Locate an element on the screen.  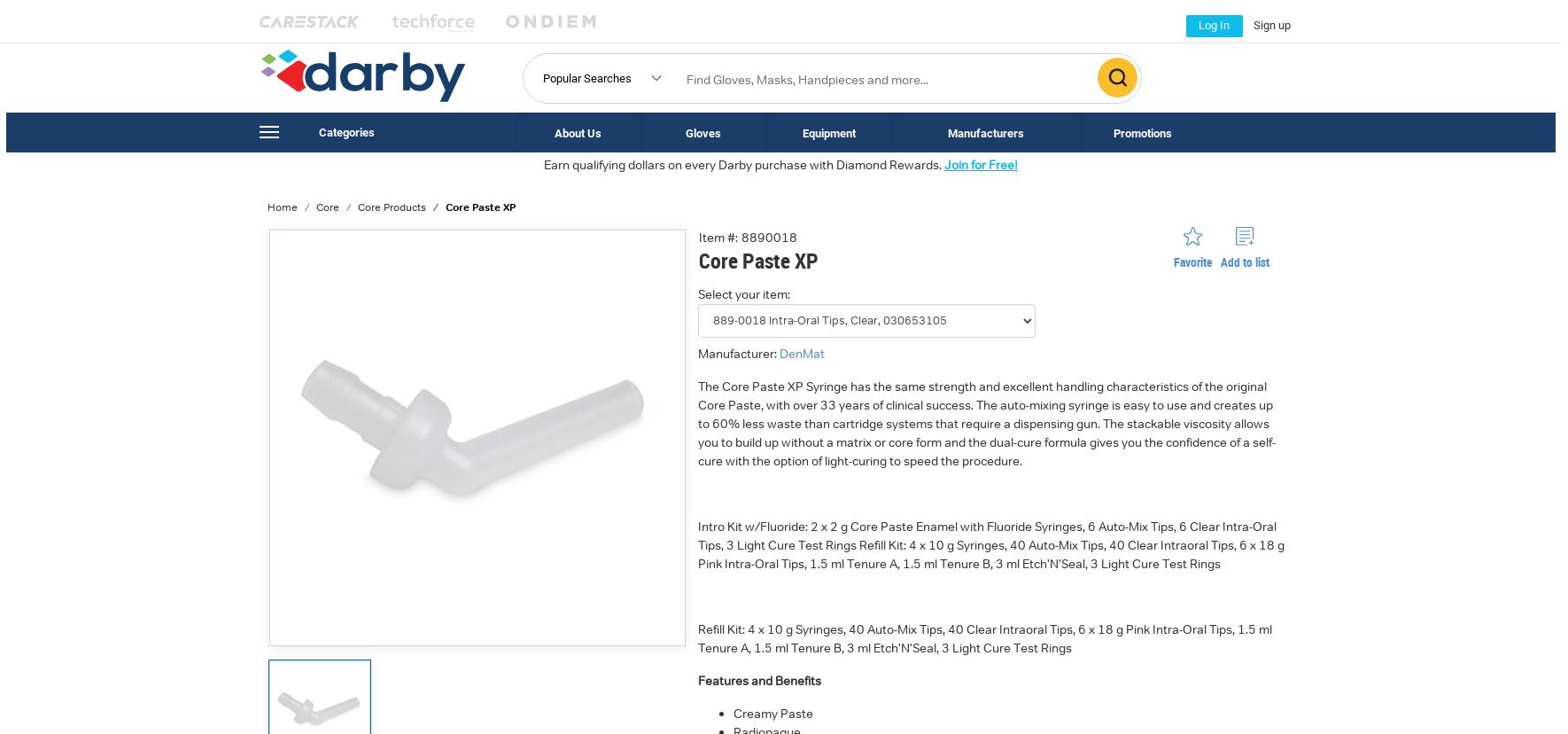
'Join for Free!' is located at coordinates (981, 163).